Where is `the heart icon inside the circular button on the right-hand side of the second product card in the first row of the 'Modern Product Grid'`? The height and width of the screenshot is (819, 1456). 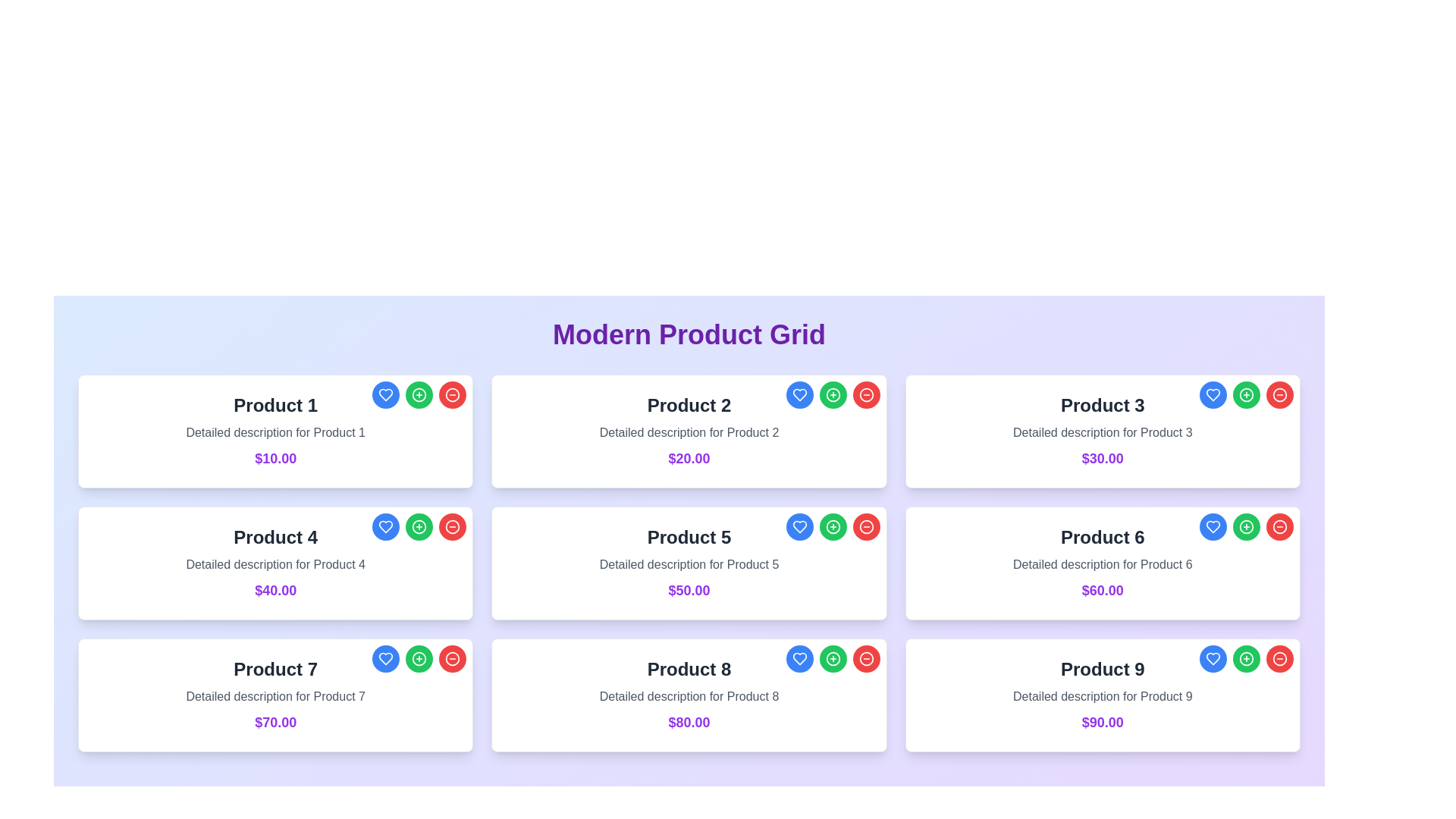
the heart icon inside the circular button on the right-hand side of the second product card in the first row of the 'Modern Product Grid' is located at coordinates (799, 394).